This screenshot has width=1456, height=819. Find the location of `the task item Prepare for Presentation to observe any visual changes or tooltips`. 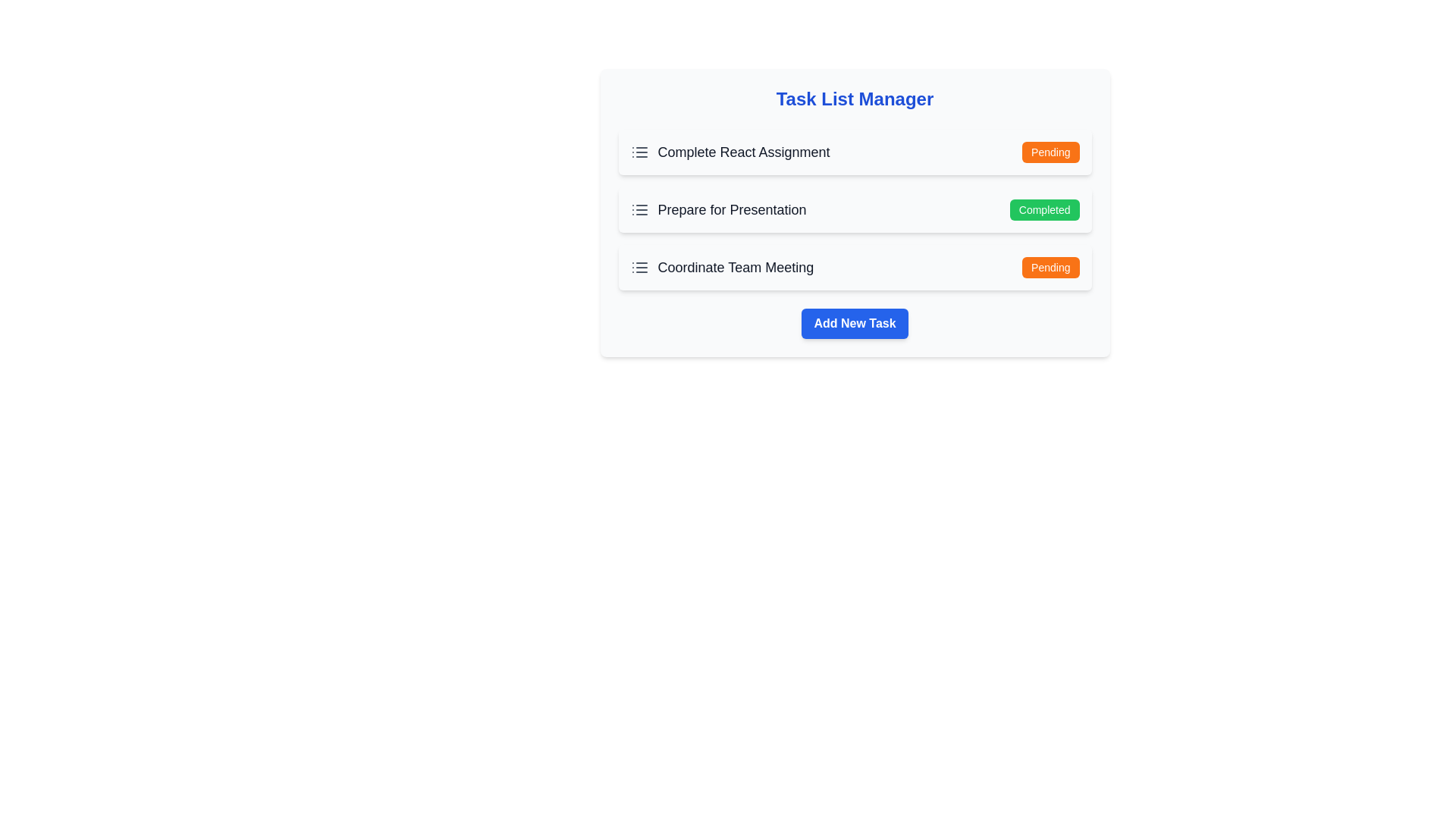

the task item Prepare for Presentation to observe any visual changes or tooltips is located at coordinates (717, 210).